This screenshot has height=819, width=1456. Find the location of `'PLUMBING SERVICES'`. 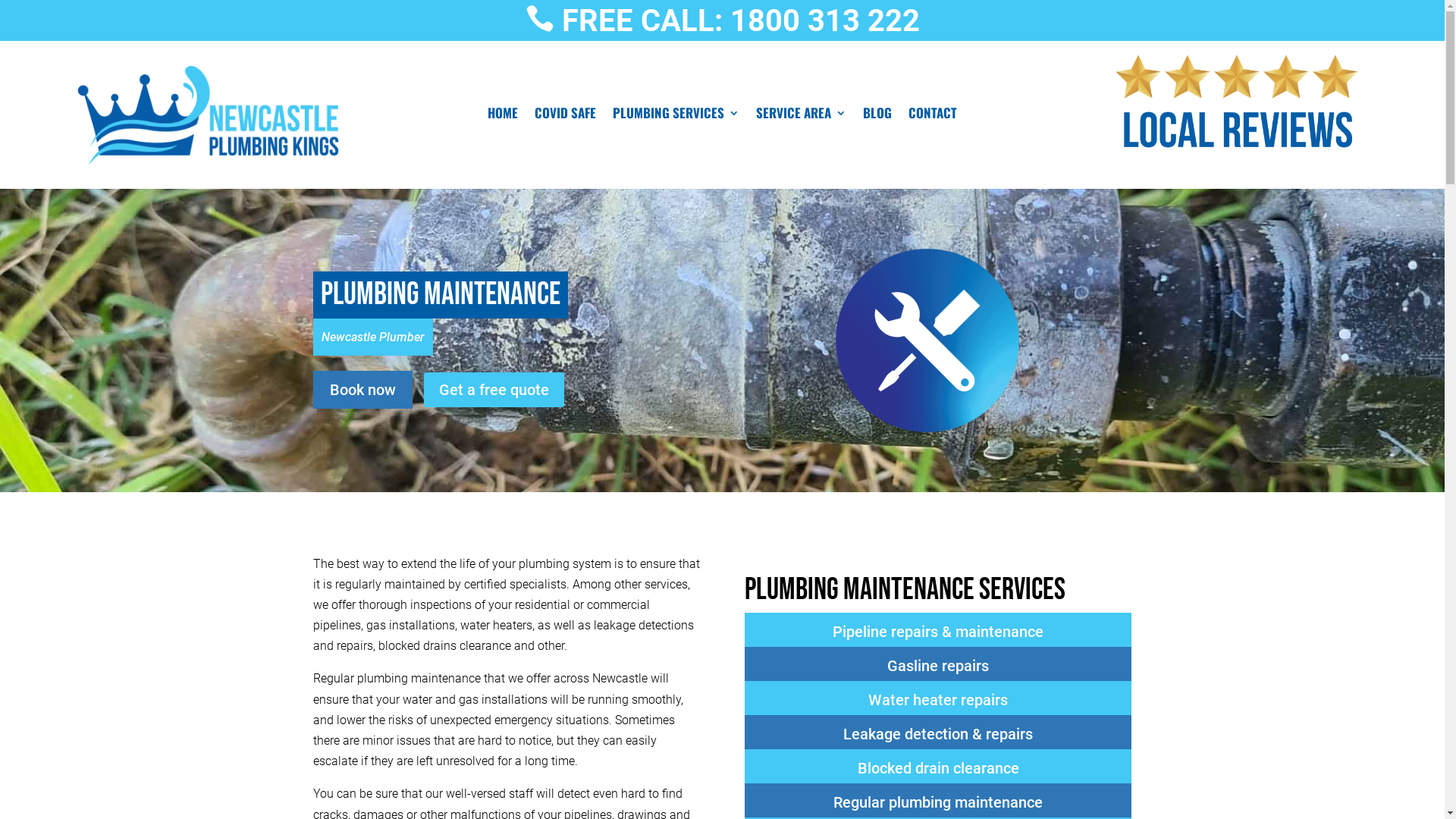

'PLUMBING SERVICES' is located at coordinates (612, 115).